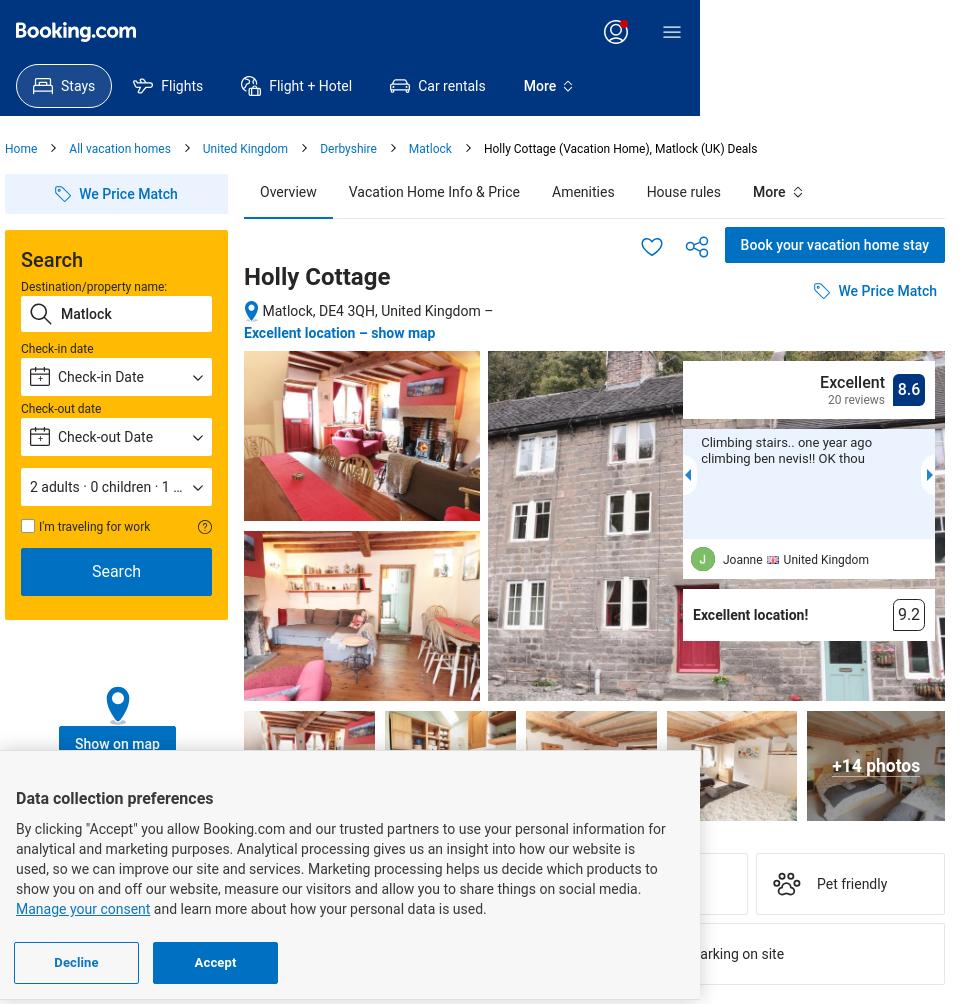  I want to click on 'Free WiFi', so click(94, 953).